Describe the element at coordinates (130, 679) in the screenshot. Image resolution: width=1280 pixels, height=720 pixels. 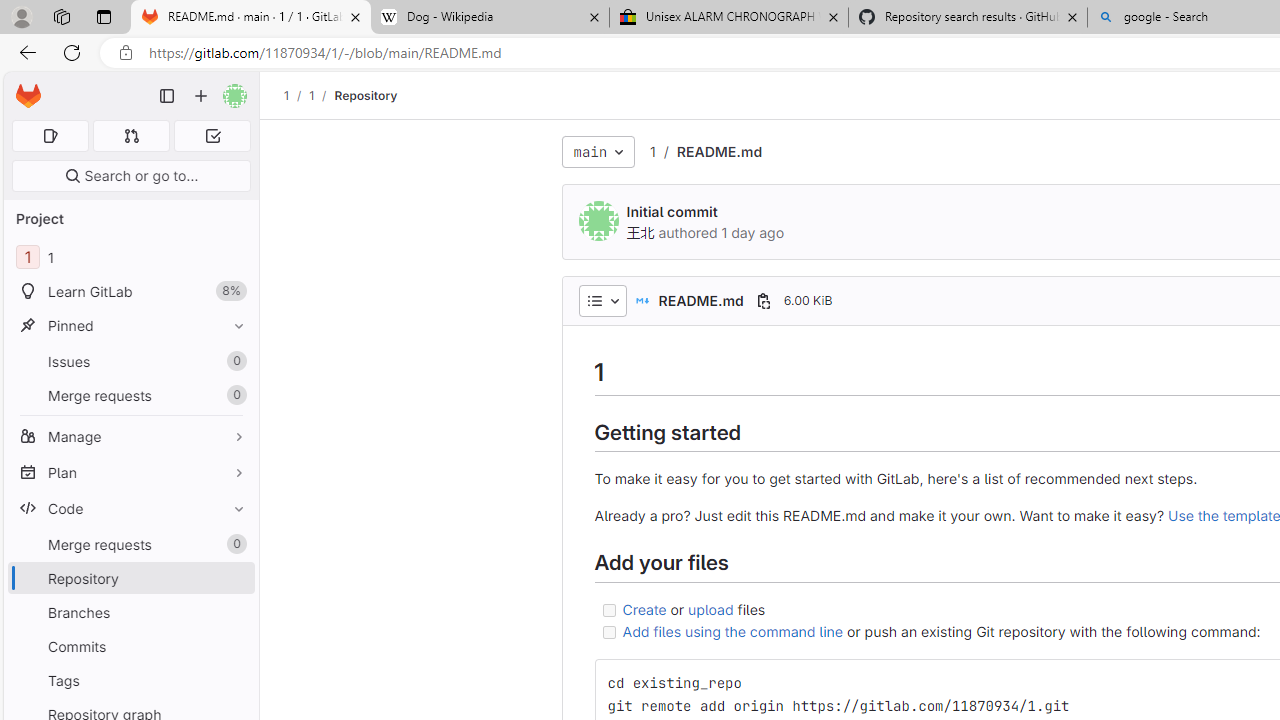
I see `'Tags'` at that location.